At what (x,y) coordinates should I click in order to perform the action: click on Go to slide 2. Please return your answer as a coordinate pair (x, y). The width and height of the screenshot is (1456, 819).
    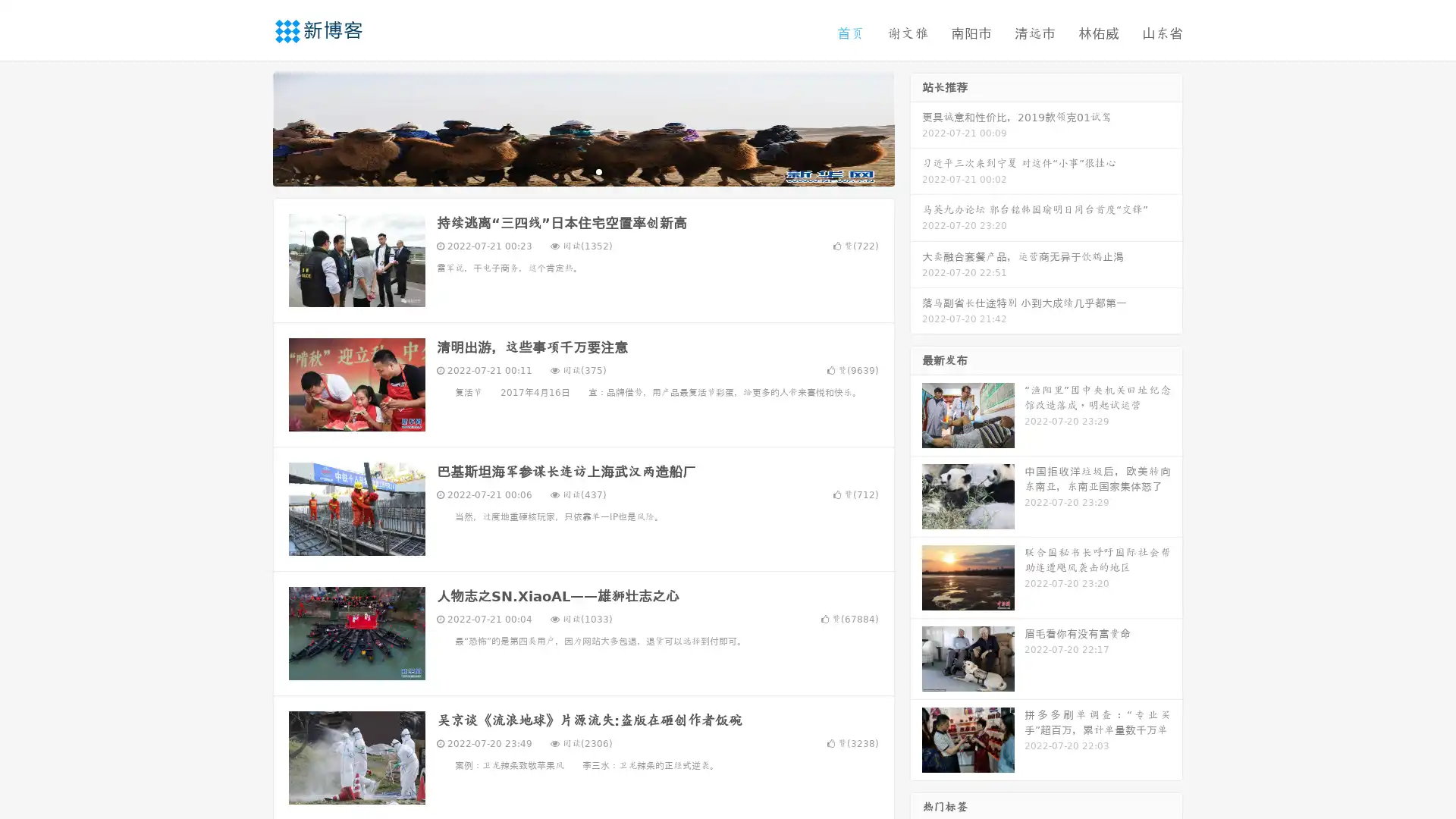
    Looking at the image, I should click on (582, 171).